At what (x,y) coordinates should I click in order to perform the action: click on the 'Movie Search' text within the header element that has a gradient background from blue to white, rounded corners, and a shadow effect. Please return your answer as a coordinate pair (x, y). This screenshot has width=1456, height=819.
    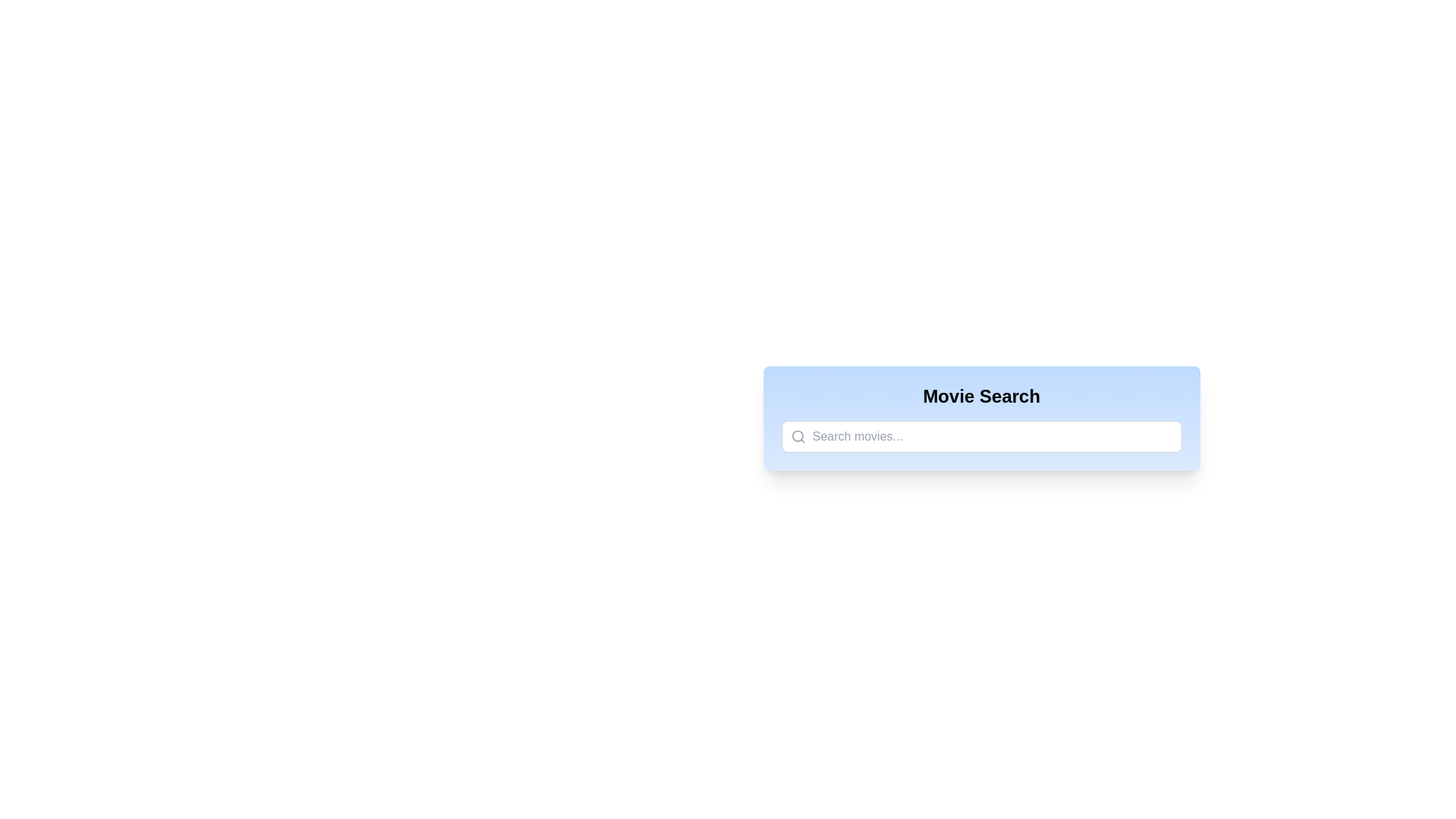
    Looking at the image, I should click on (981, 418).